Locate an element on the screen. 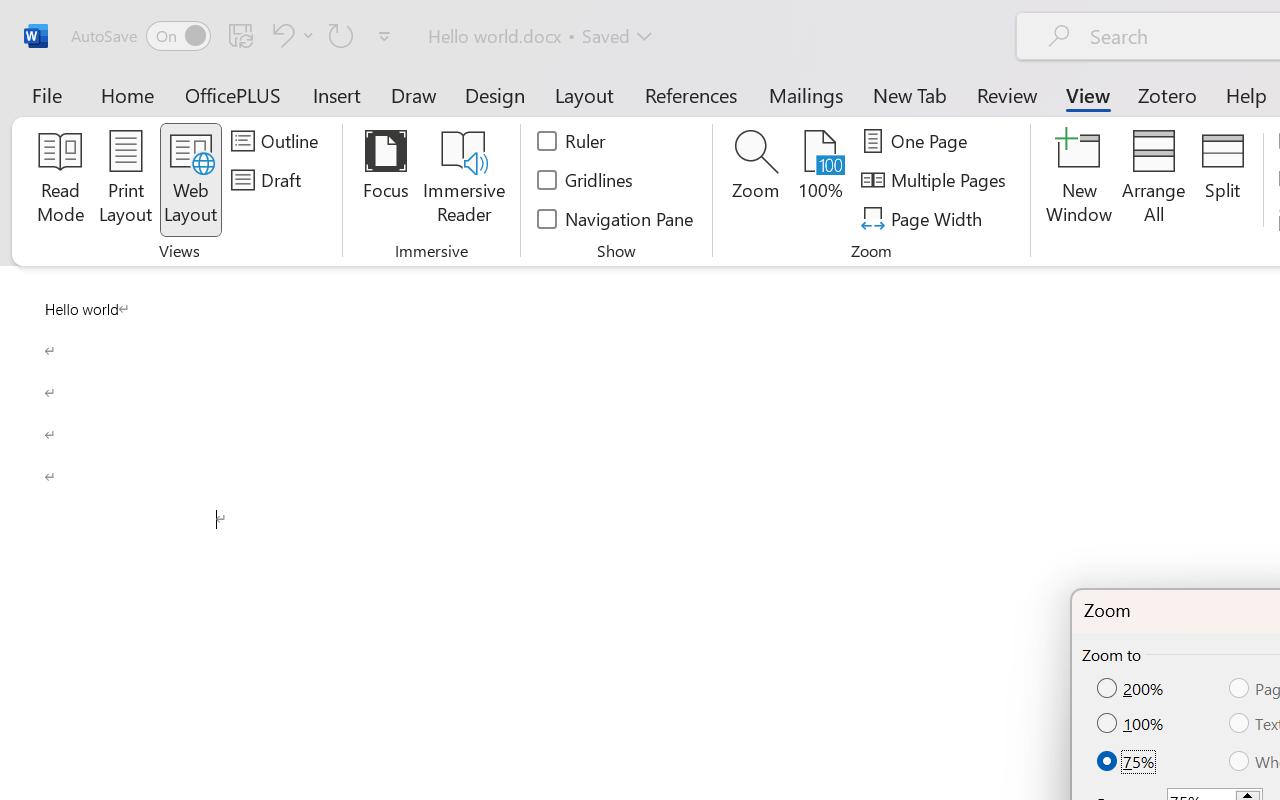 Image resolution: width=1280 pixels, height=800 pixels. '100%' is located at coordinates (1132, 722).